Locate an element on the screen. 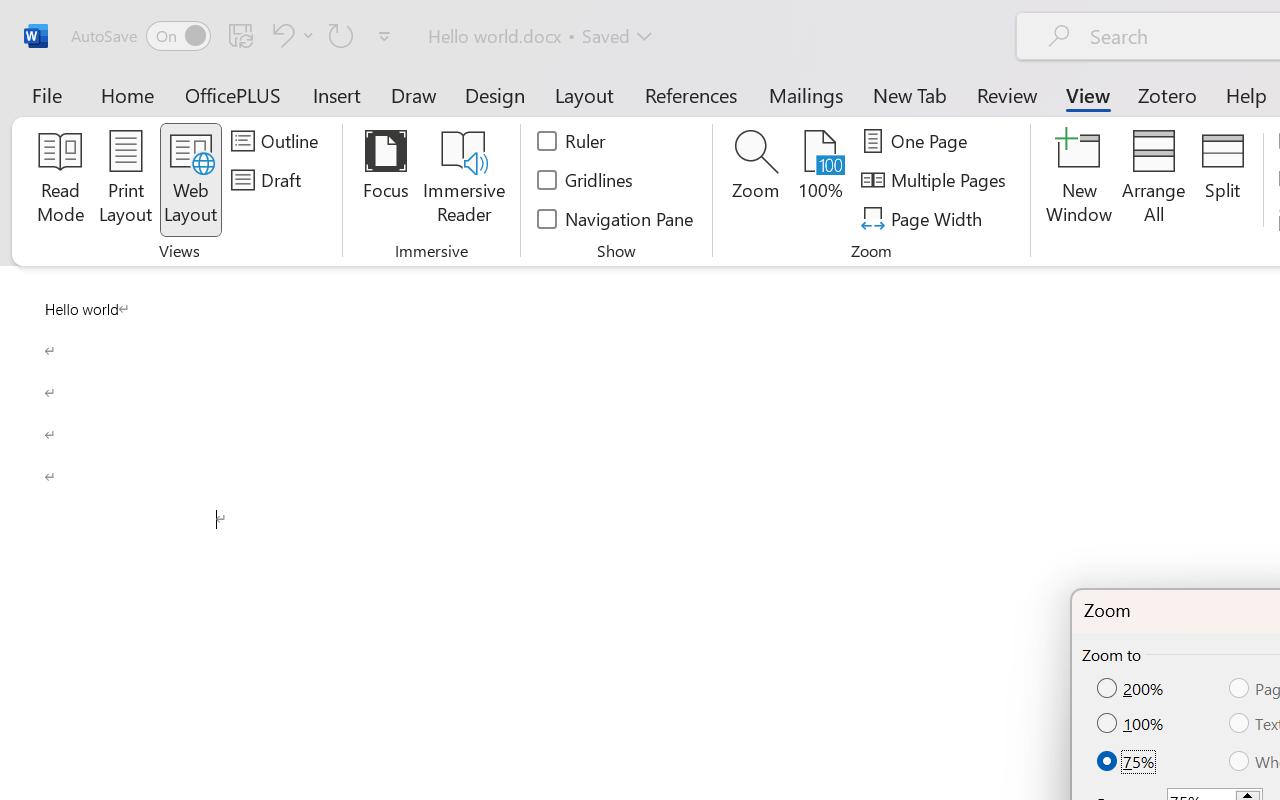 Image resolution: width=1280 pixels, height=800 pixels. '100%' is located at coordinates (1132, 722).